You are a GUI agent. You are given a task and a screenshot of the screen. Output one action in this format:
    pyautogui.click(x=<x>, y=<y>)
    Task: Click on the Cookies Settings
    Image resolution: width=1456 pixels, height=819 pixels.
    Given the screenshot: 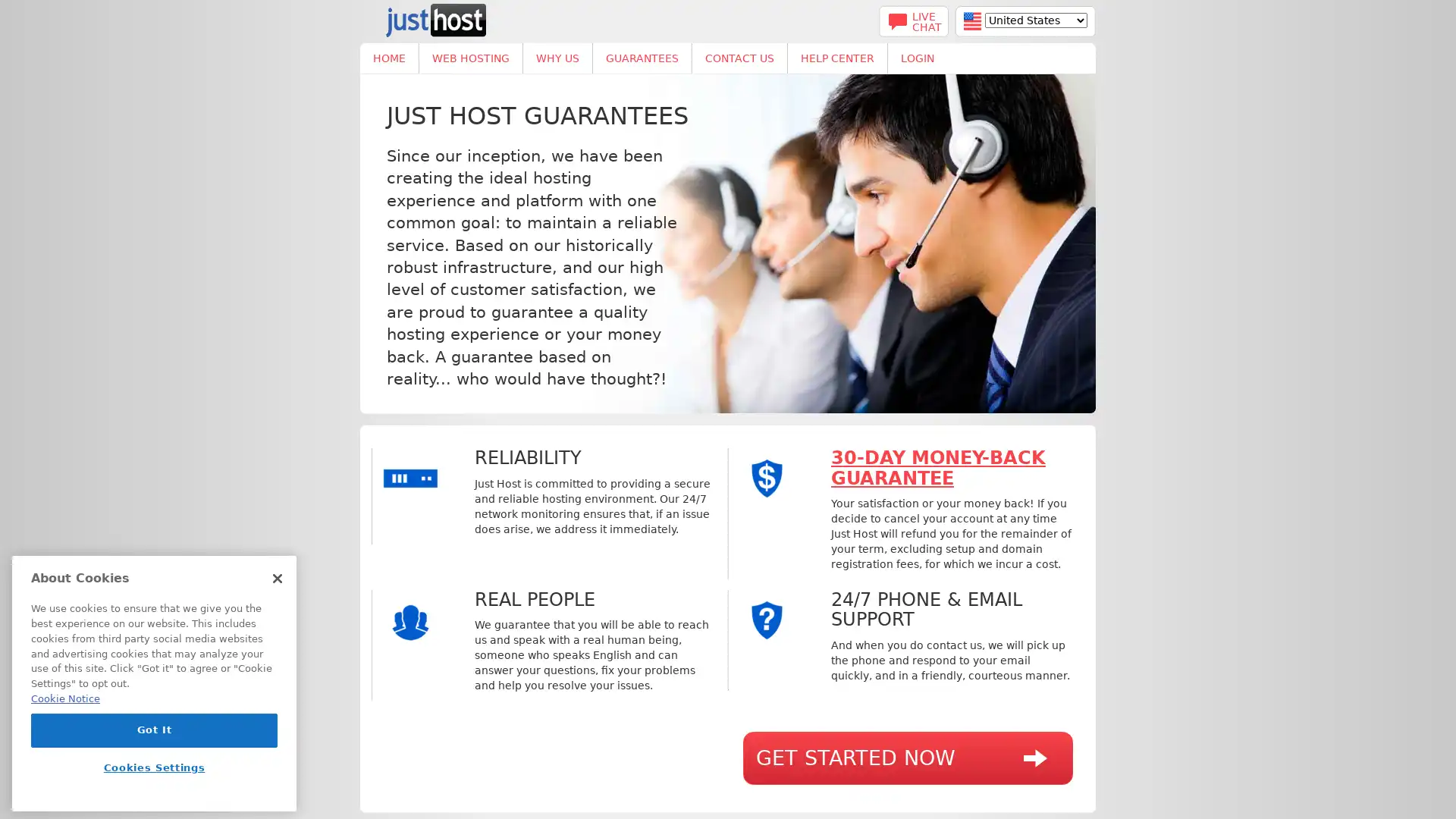 What is the action you would take?
    pyautogui.click(x=154, y=767)
    